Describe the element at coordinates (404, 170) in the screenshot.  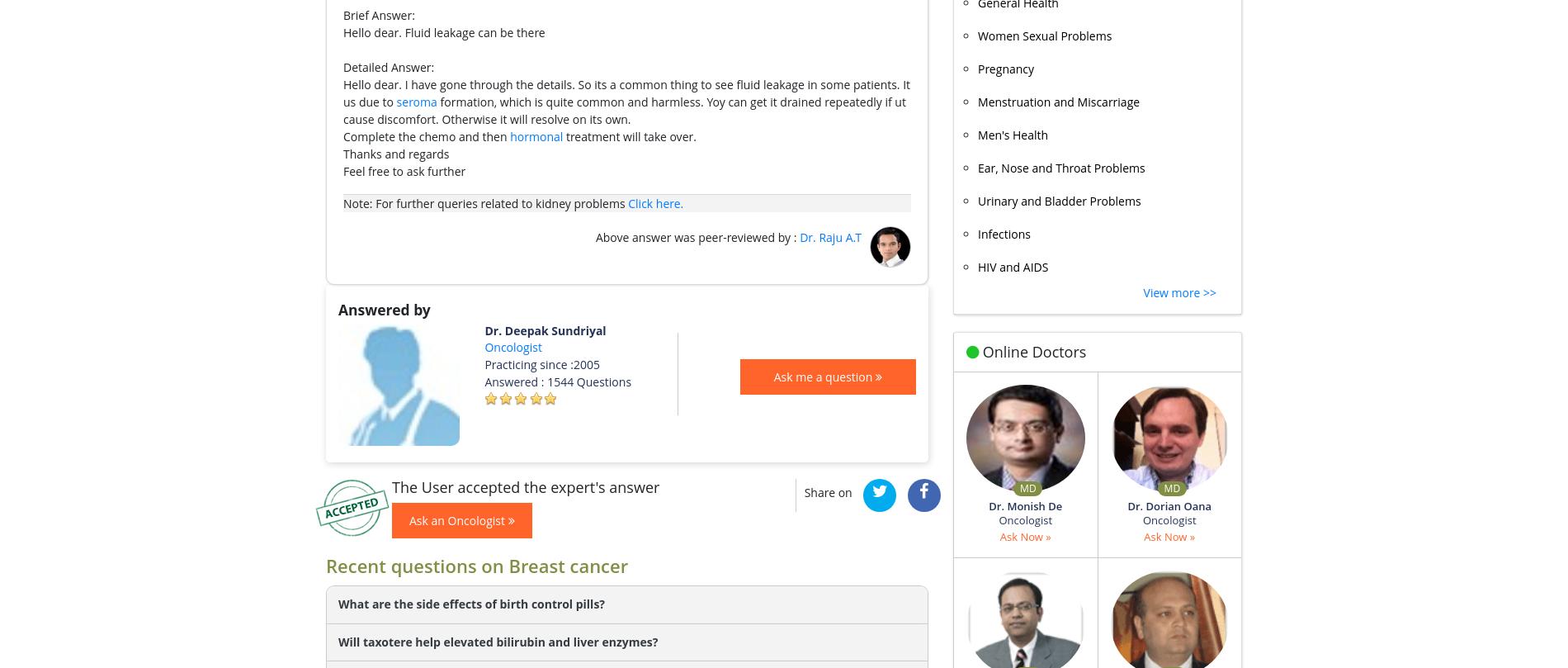
I see `'Feel free to ask further'` at that location.